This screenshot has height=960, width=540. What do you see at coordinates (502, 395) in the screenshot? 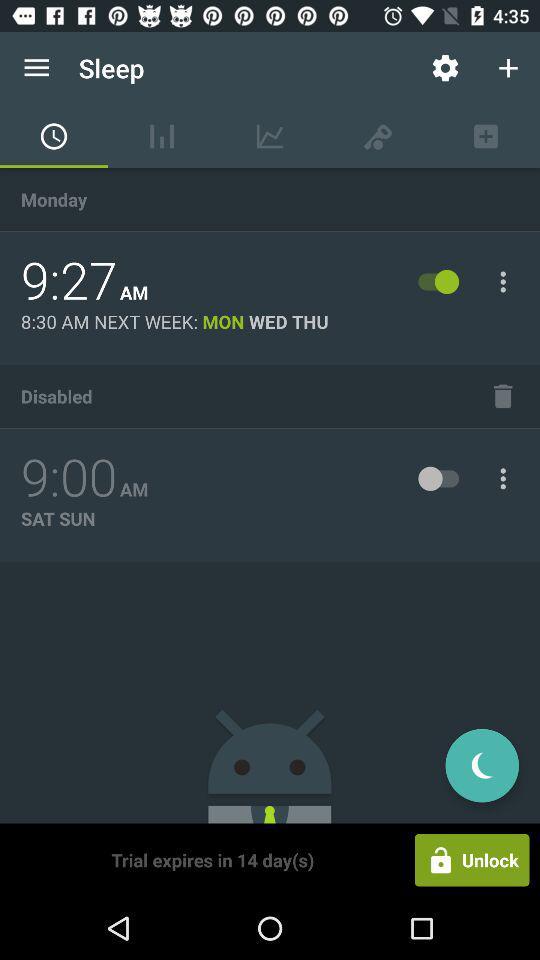
I see `bookmark` at bounding box center [502, 395].